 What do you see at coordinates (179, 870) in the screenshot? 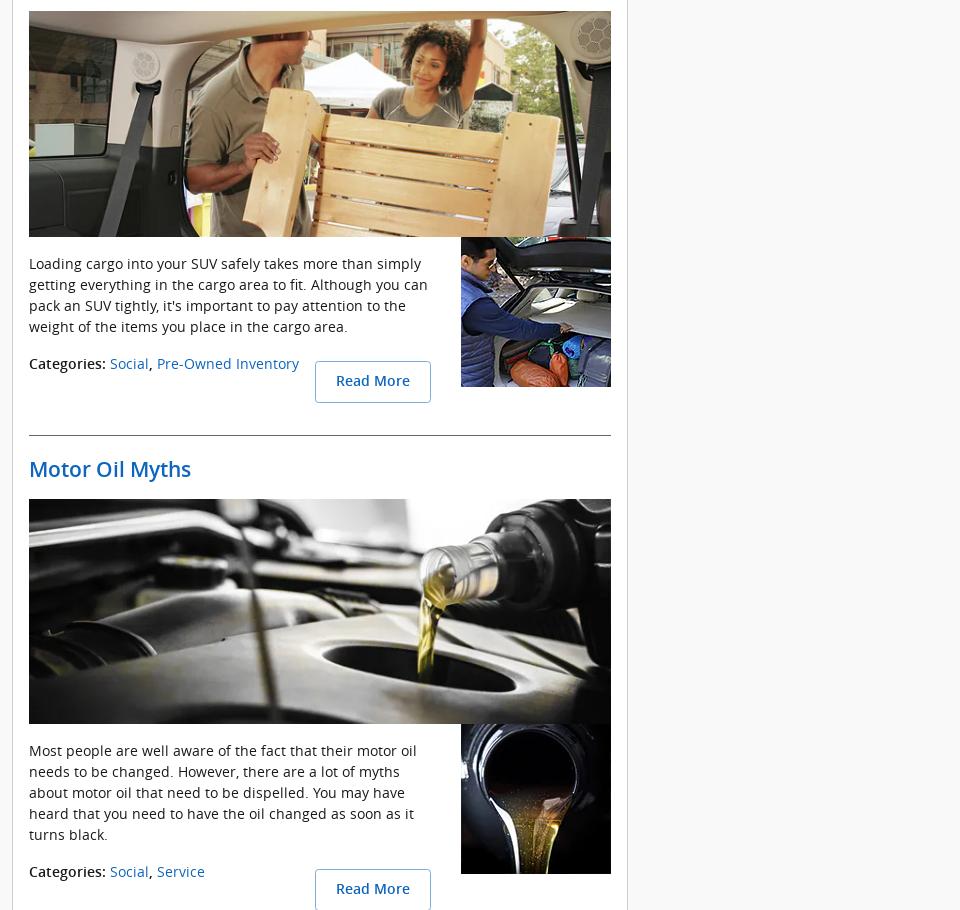
I see `'Service'` at bounding box center [179, 870].